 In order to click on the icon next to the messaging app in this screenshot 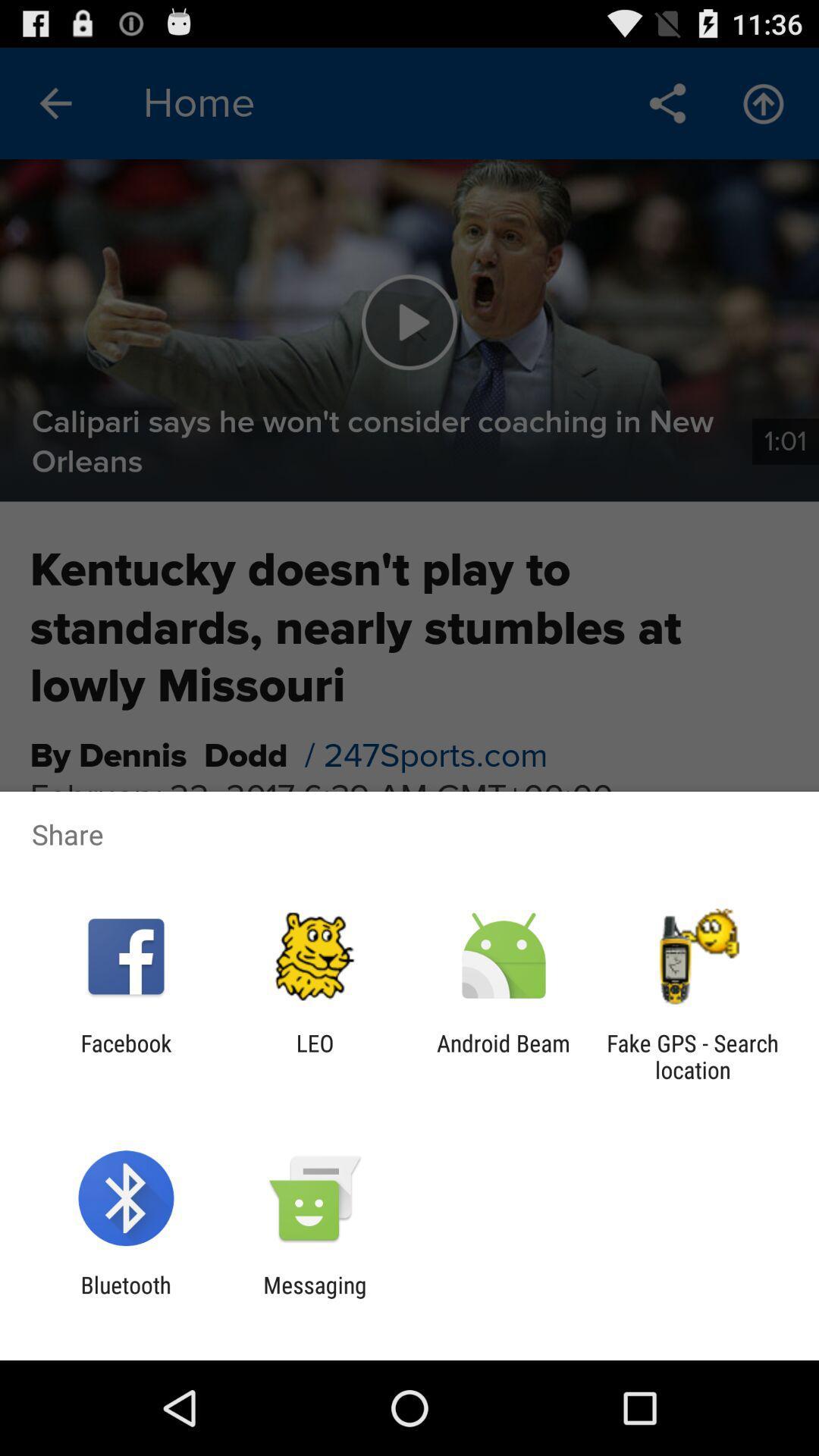, I will do `click(125, 1298)`.